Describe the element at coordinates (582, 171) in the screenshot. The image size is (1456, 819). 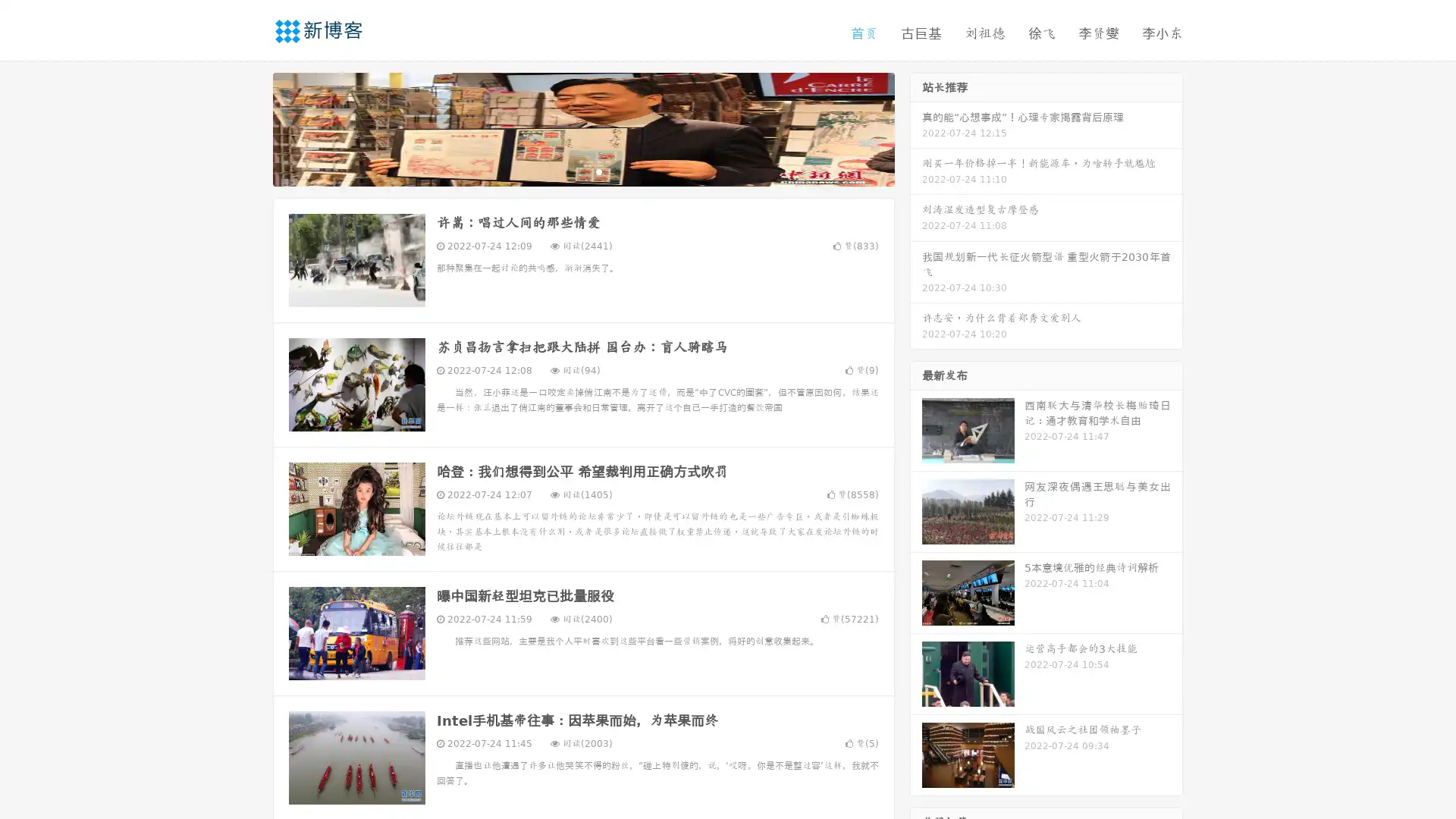
I see `Go to slide 2` at that location.